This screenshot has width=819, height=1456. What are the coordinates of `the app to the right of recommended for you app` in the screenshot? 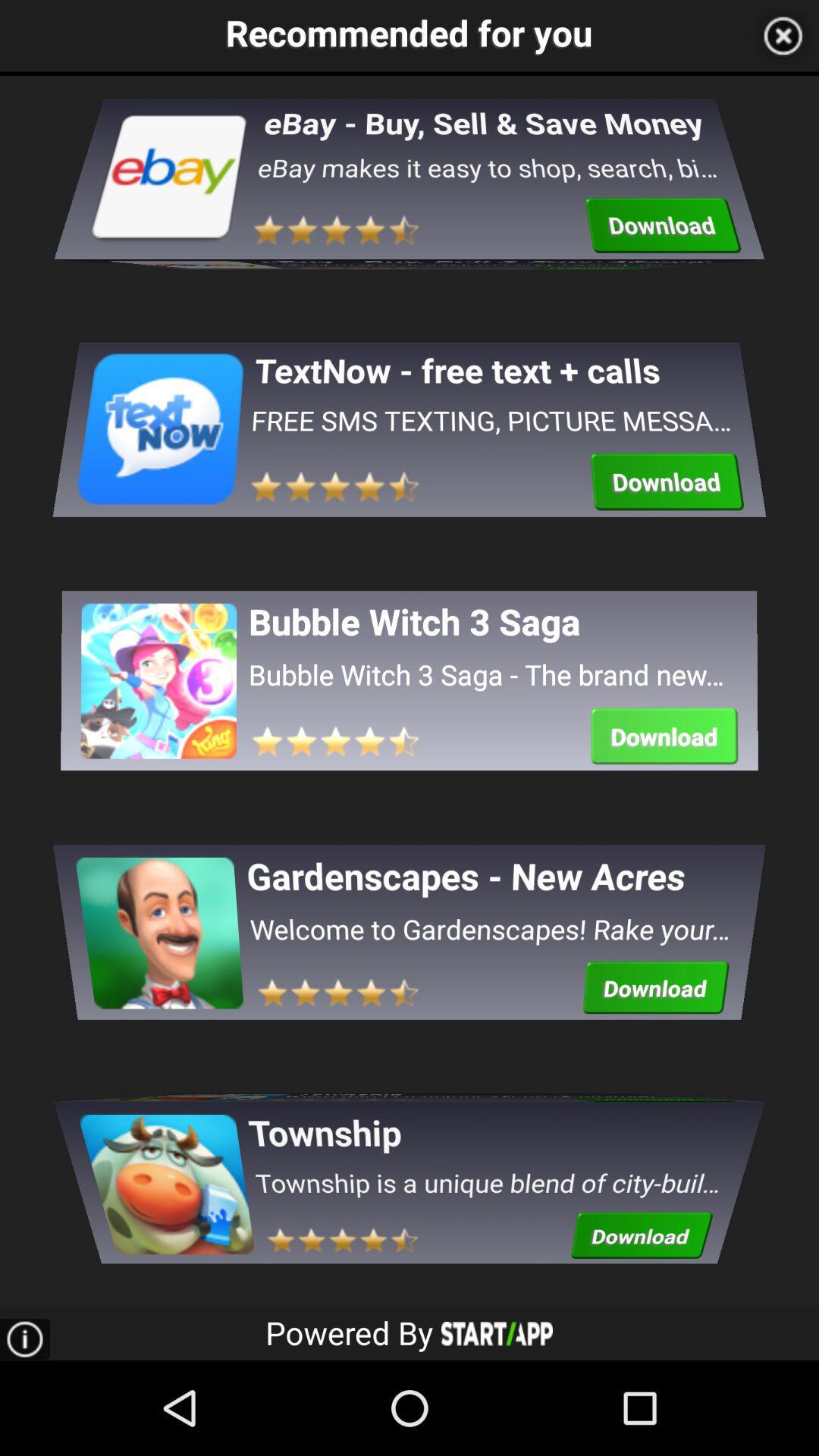 It's located at (783, 36).